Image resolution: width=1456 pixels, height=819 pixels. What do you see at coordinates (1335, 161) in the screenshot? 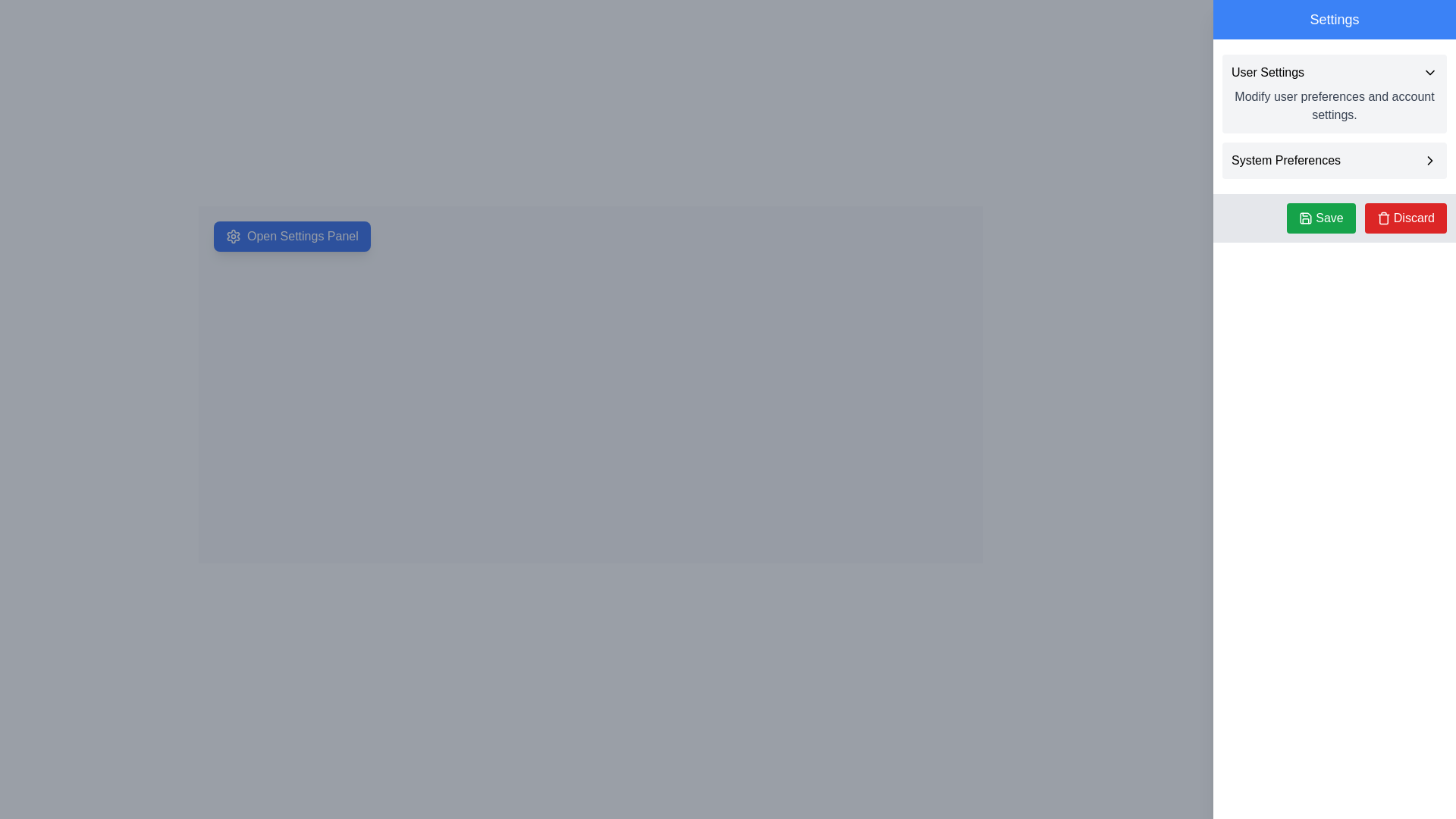
I see `the 'System Preferences' interactive text element in the settings panel` at bounding box center [1335, 161].